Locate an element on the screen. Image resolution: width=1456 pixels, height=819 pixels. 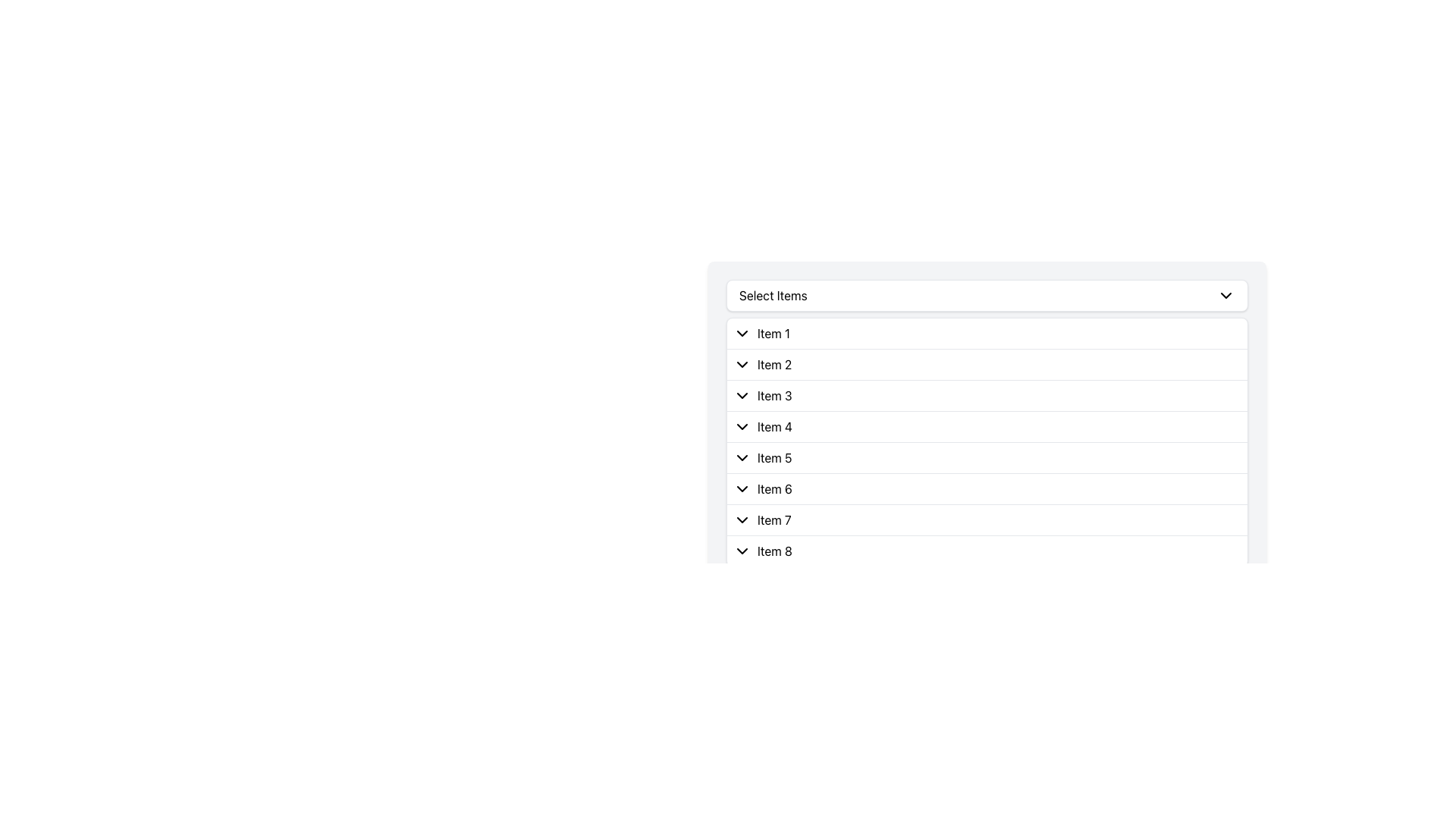
the second item in the dropdown menu list, labeled 'Item 2' is located at coordinates (762, 365).